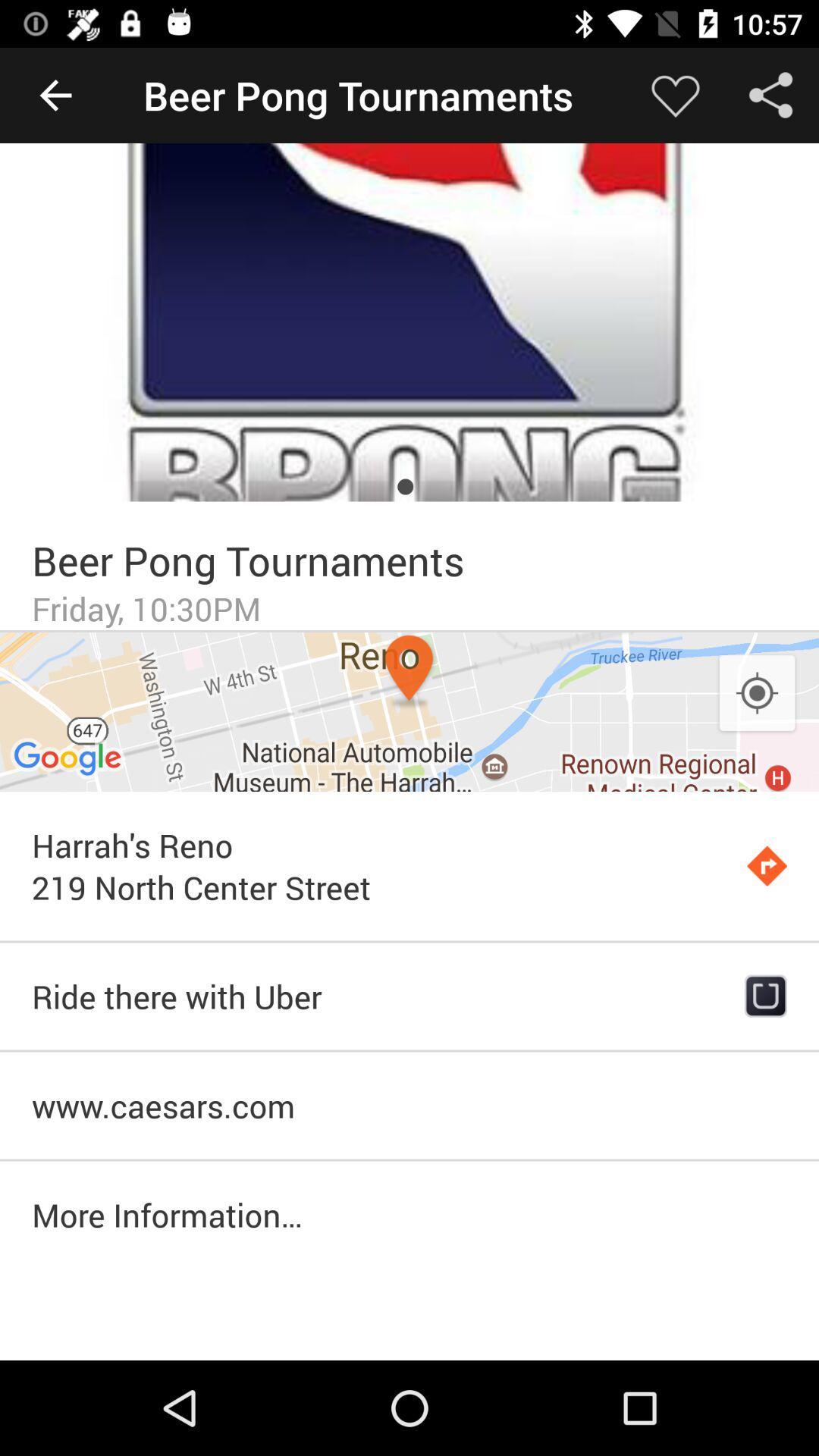 This screenshot has width=819, height=1456. Describe the element at coordinates (409, 1106) in the screenshot. I see `the www.caesars.com icon` at that location.